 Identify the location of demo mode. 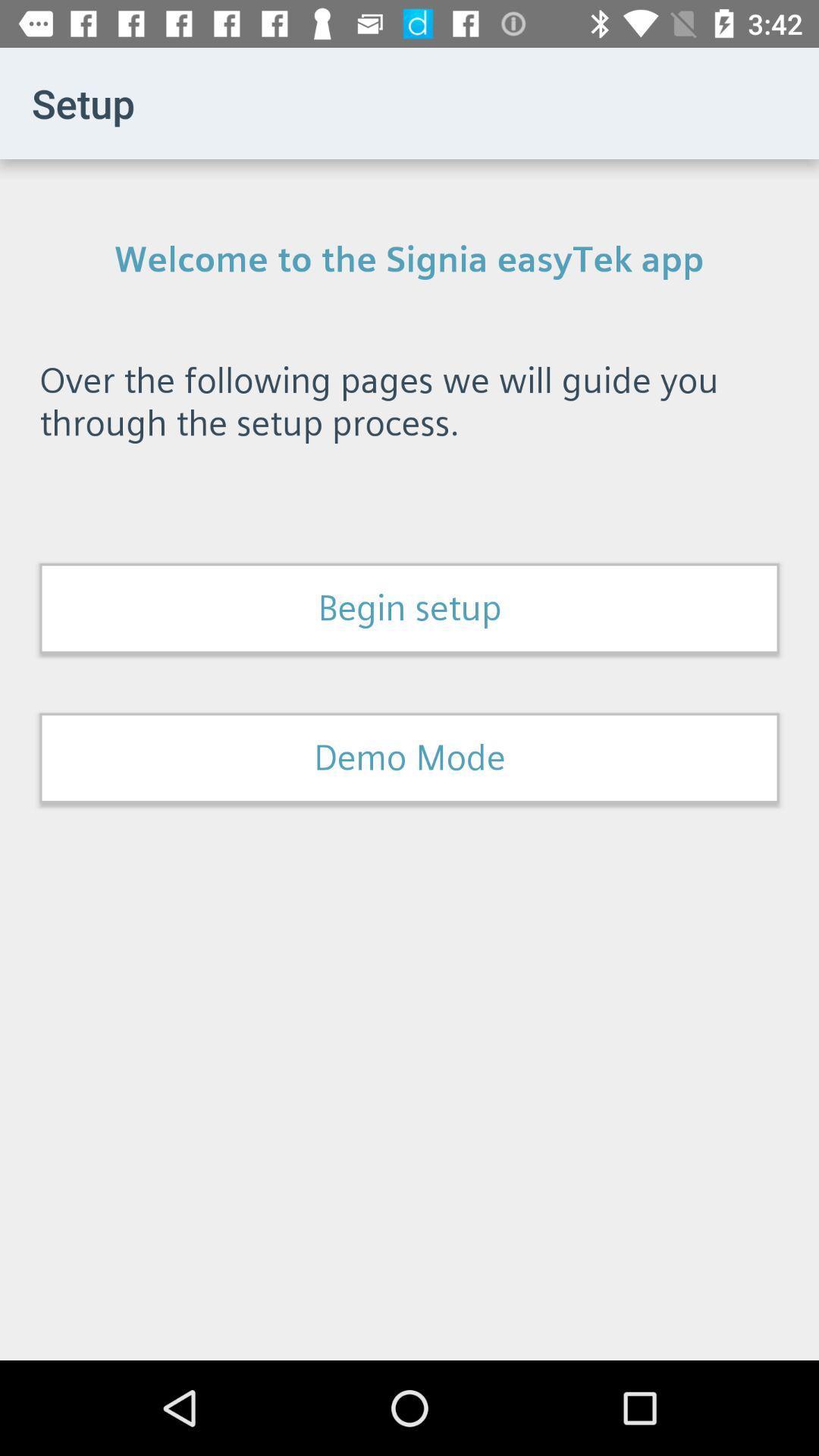
(409, 758).